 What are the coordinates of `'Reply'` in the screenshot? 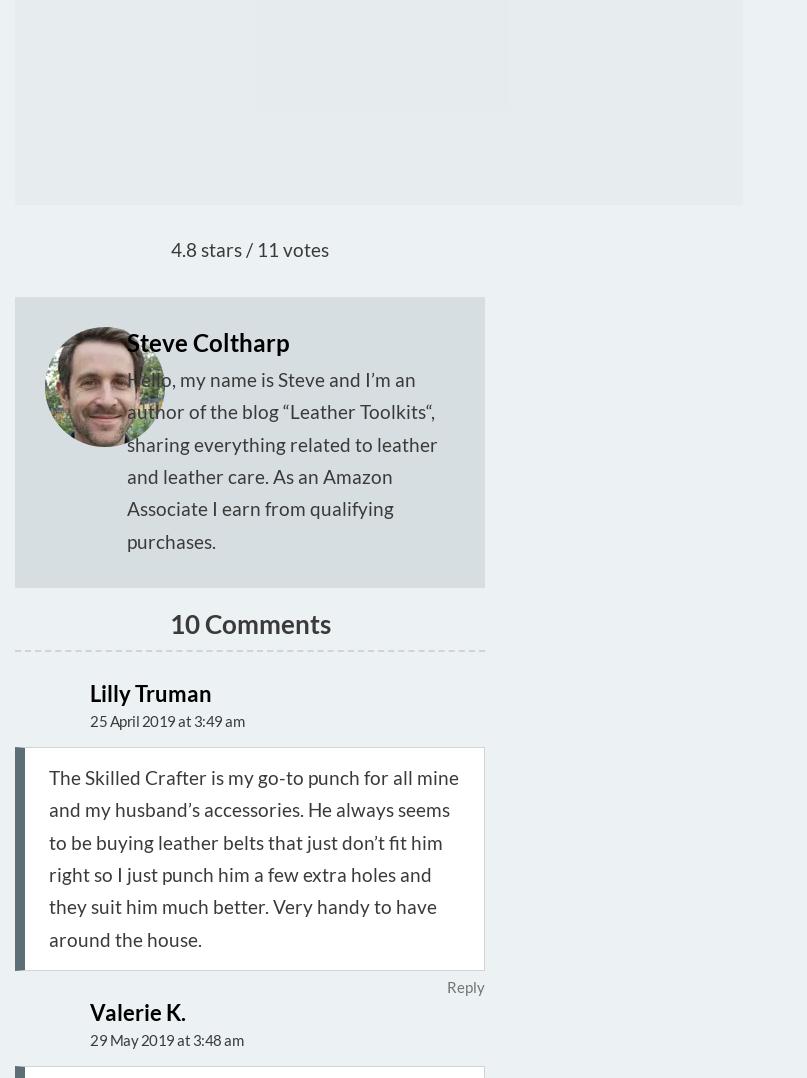 It's located at (464, 986).